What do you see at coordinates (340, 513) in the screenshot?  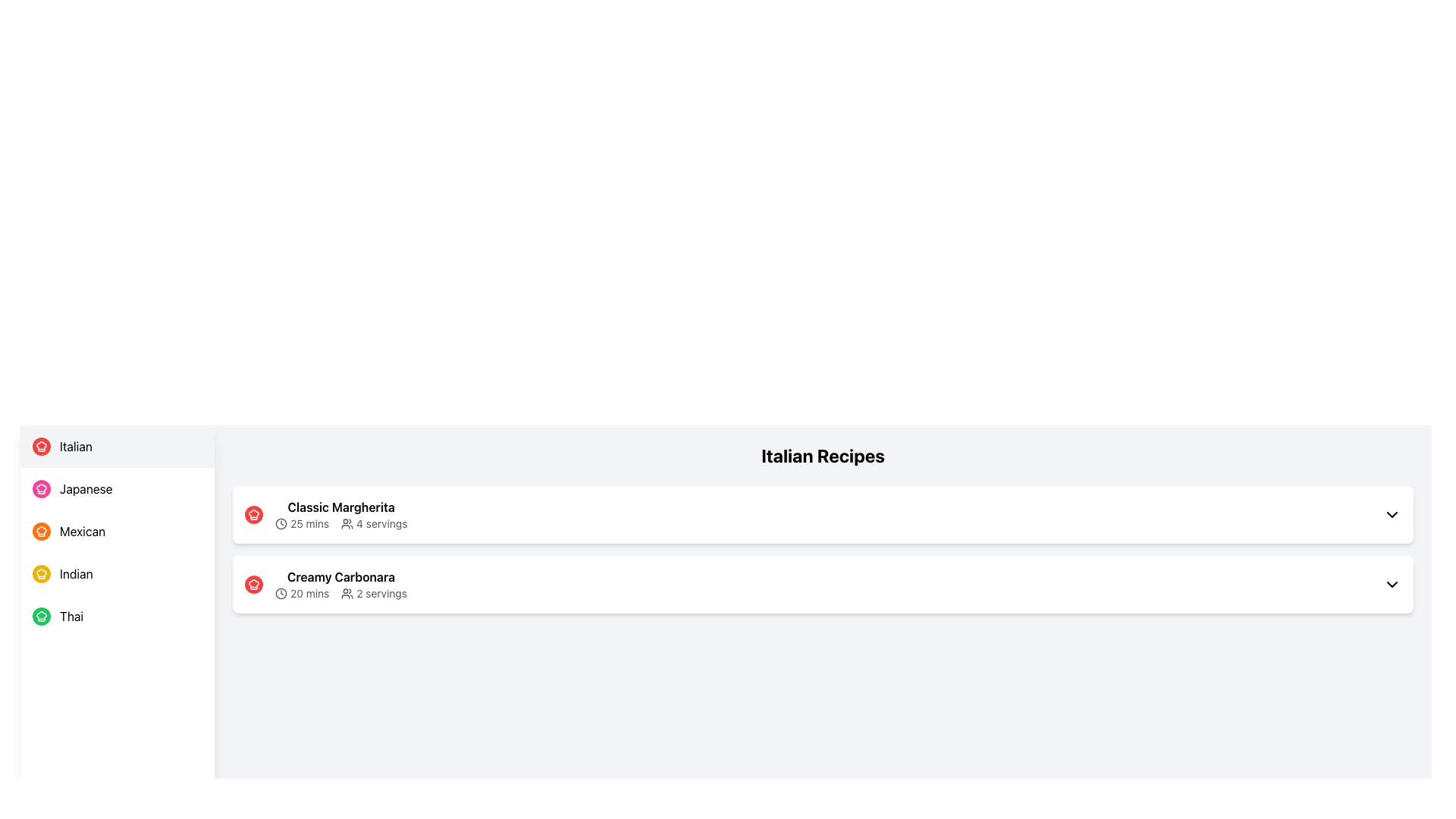 I see `the Subheader displaying the 'Classic Margherita' recipe summary, which includes its name, preparation time, and servings, located in the 'Italian Recipes' section` at bounding box center [340, 513].